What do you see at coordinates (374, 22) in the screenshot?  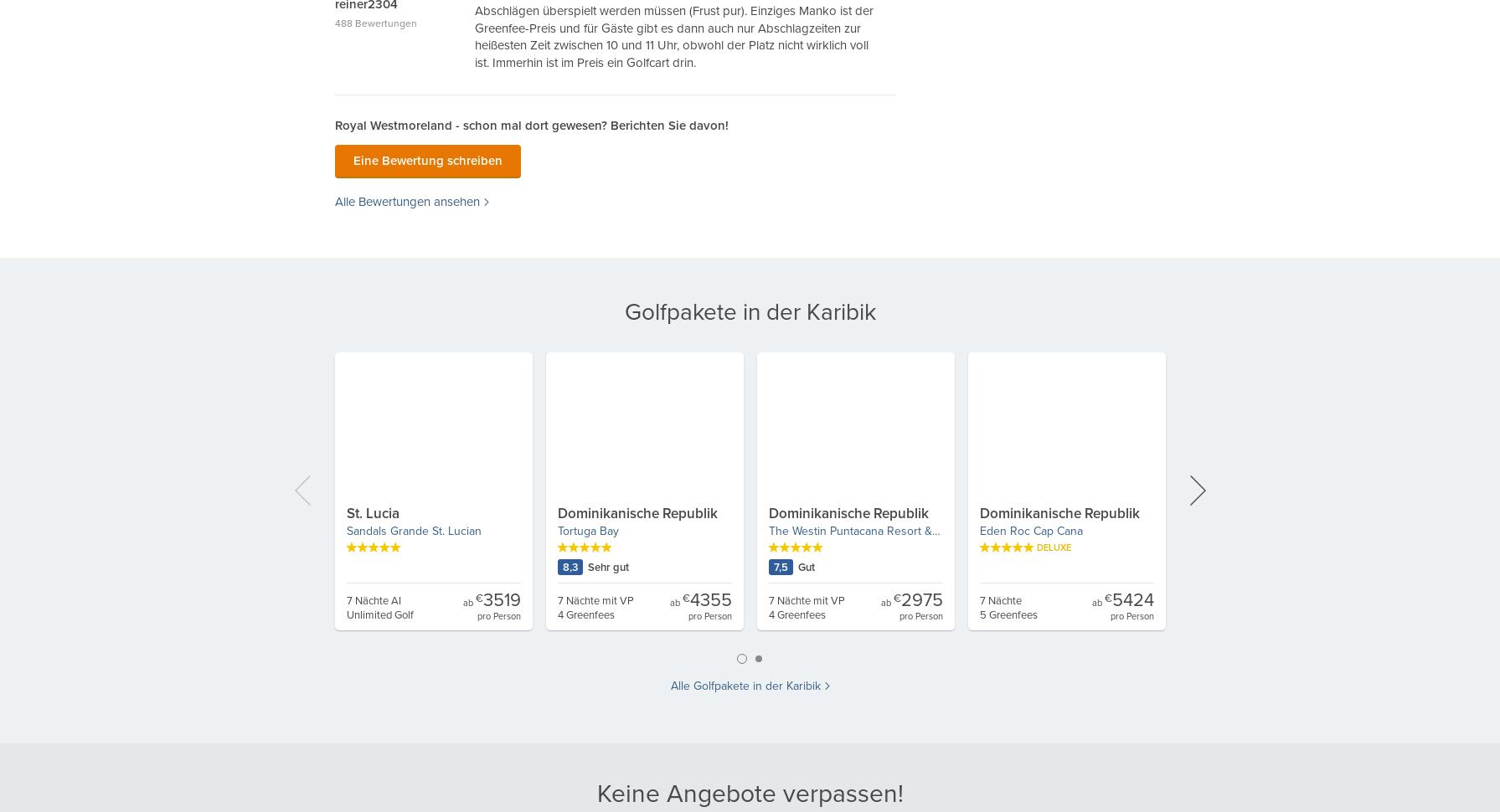 I see `'488 Bewertungen'` at bounding box center [374, 22].